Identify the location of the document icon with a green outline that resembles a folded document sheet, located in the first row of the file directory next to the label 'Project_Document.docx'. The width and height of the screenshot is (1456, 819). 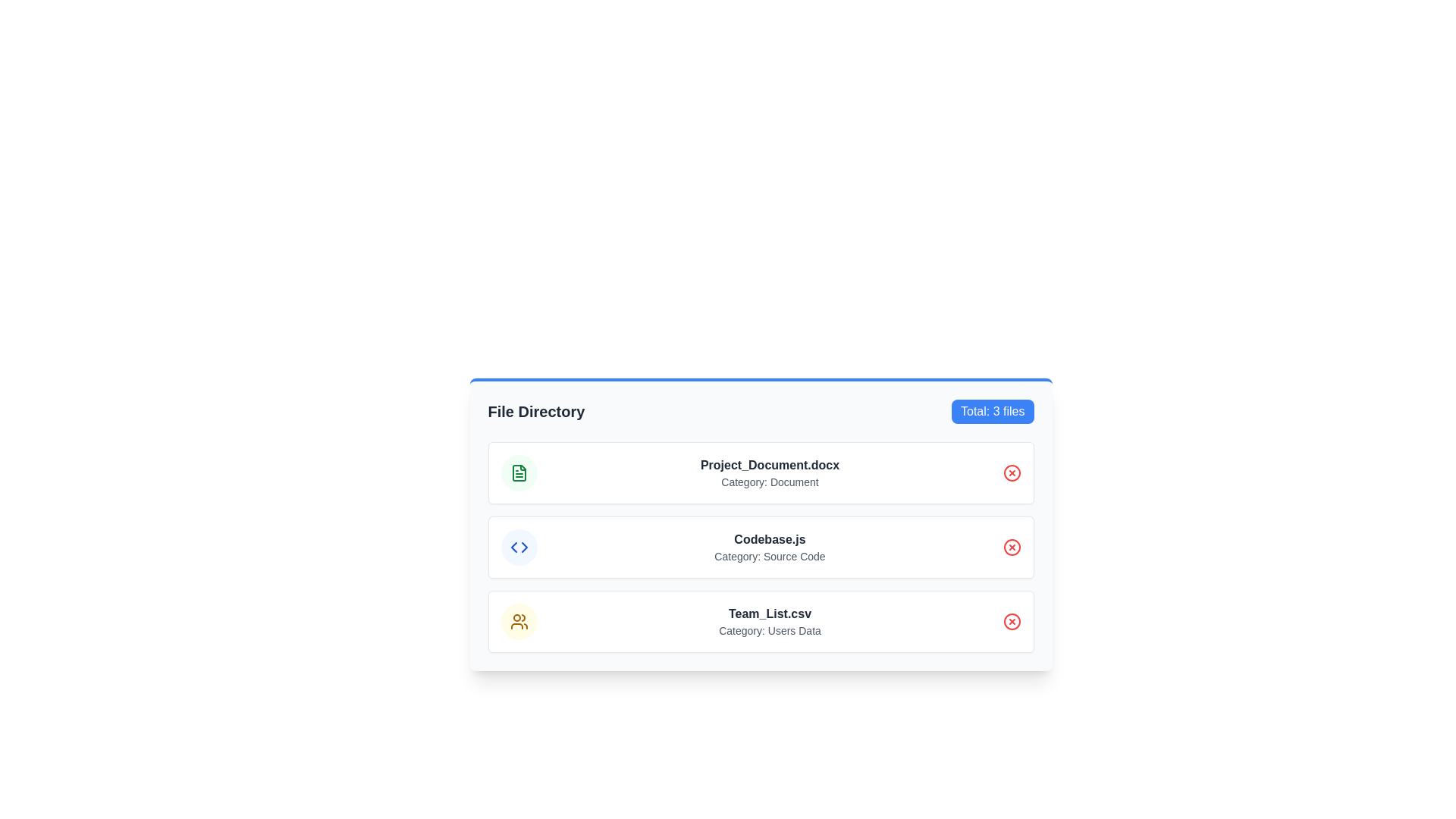
(519, 472).